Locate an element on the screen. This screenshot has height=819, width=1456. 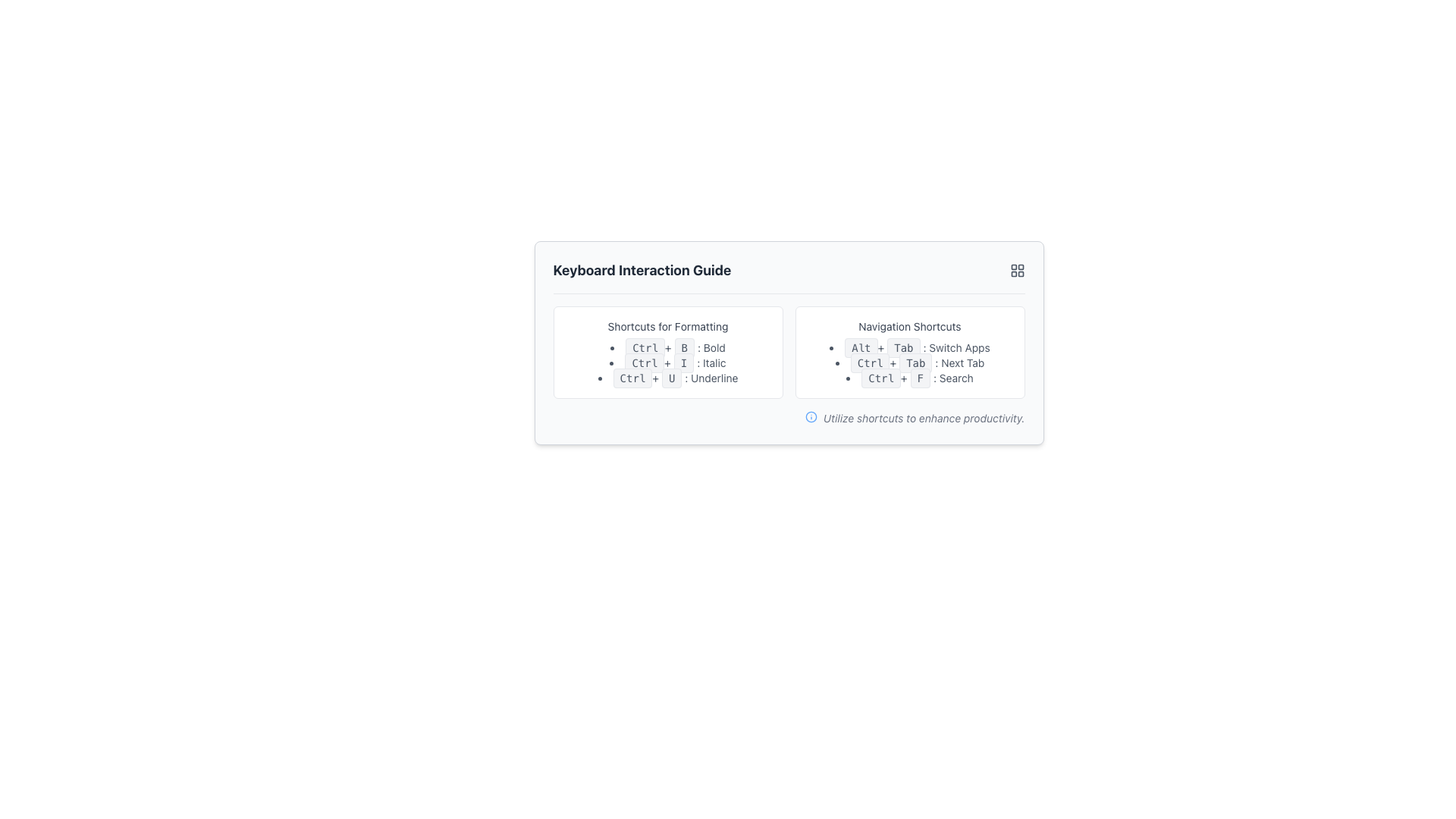
the 'Ctrl' keyboard key representation which is a small rectangular box with a light gray background, positioned at the start of the keyboard shortcut 'Ctrl + F: Search' is located at coordinates (880, 377).